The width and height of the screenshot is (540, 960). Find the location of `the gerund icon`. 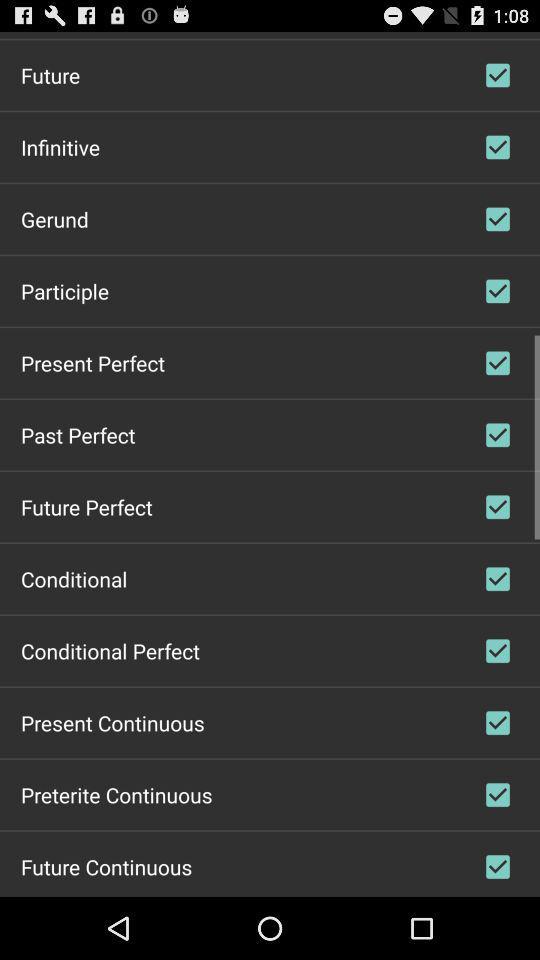

the gerund icon is located at coordinates (54, 218).